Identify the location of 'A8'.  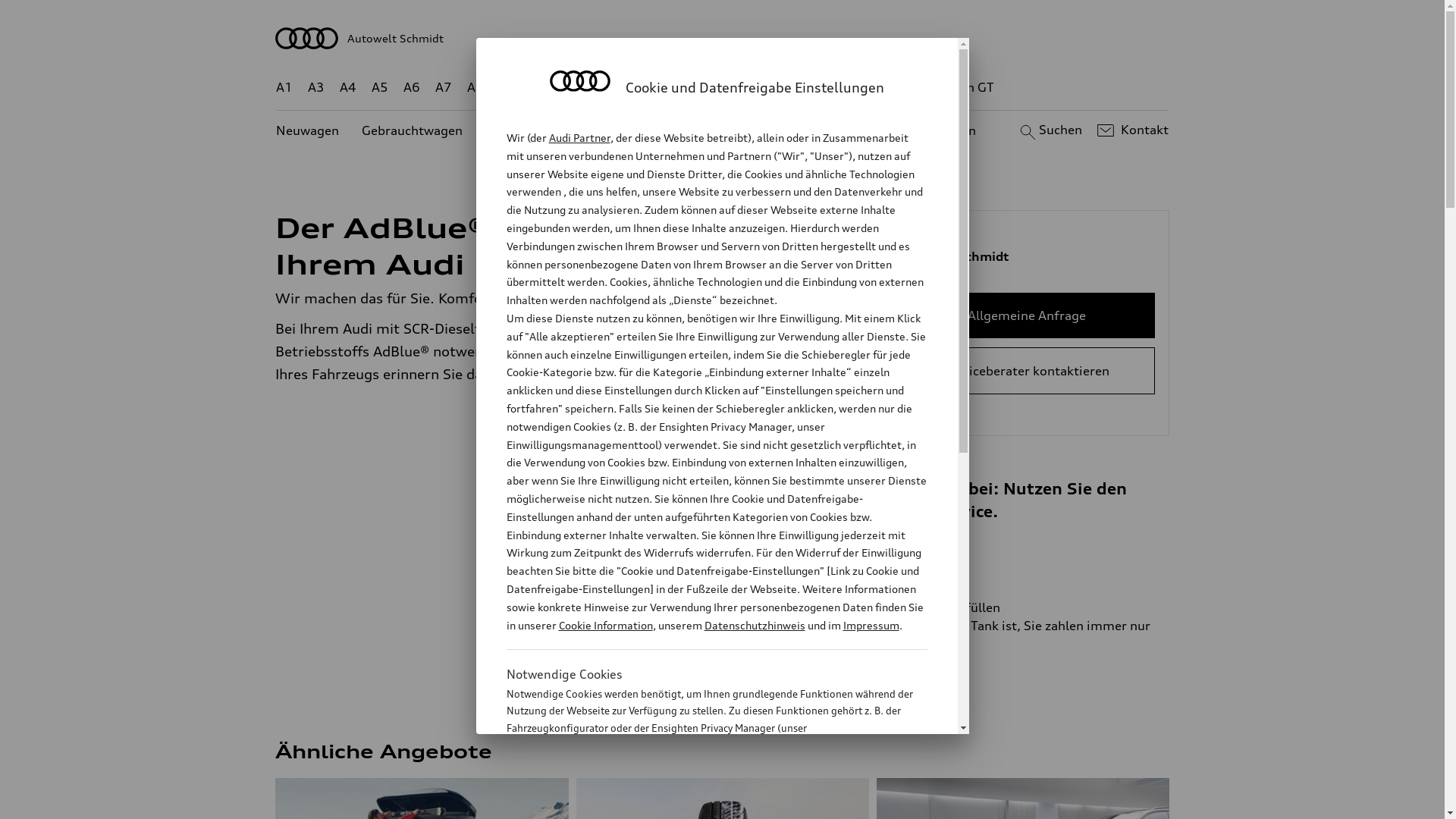
(475, 87).